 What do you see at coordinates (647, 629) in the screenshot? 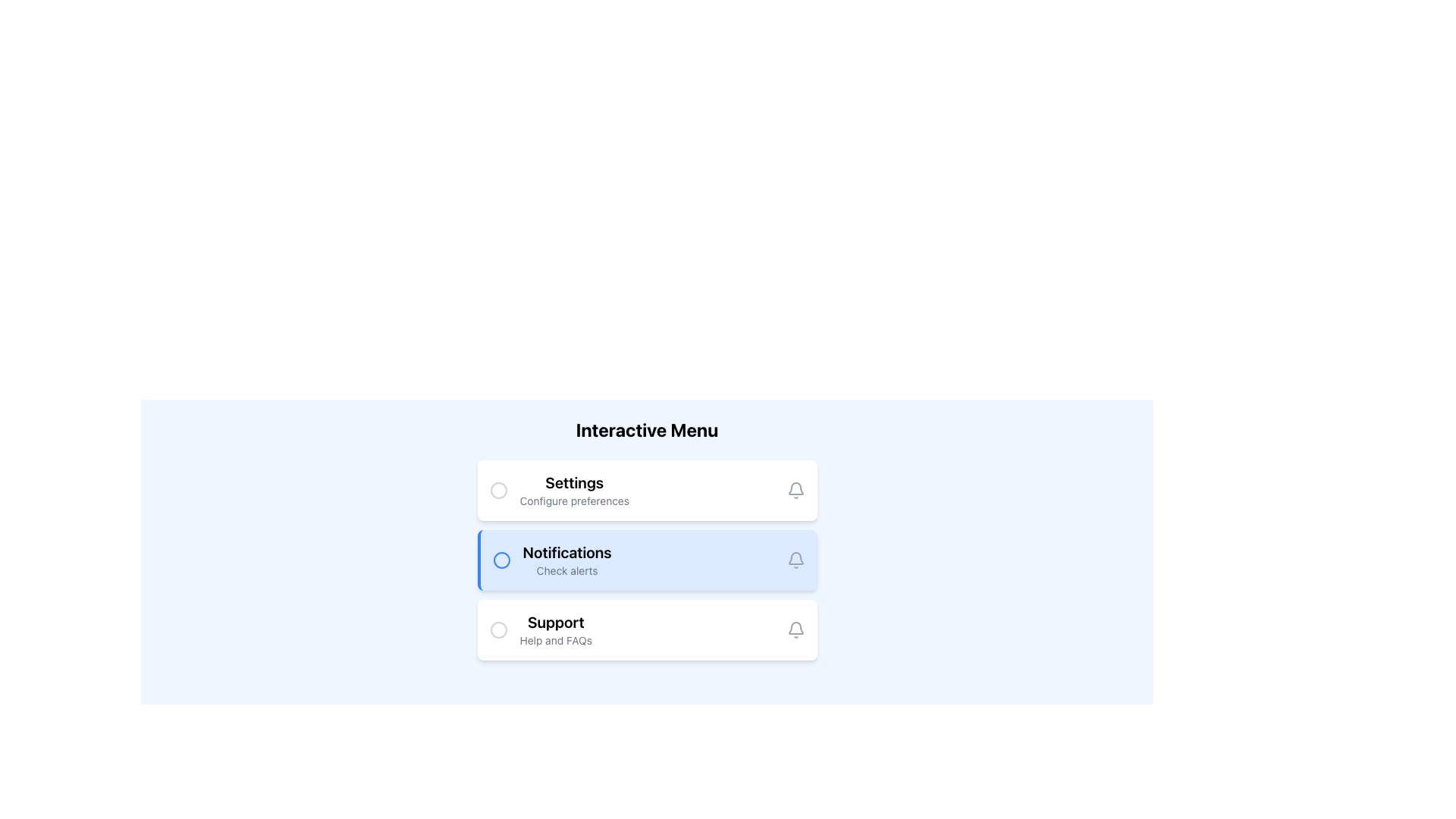
I see `the clickable support panel located centrally at the lower part of the menu` at bounding box center [647, 629].